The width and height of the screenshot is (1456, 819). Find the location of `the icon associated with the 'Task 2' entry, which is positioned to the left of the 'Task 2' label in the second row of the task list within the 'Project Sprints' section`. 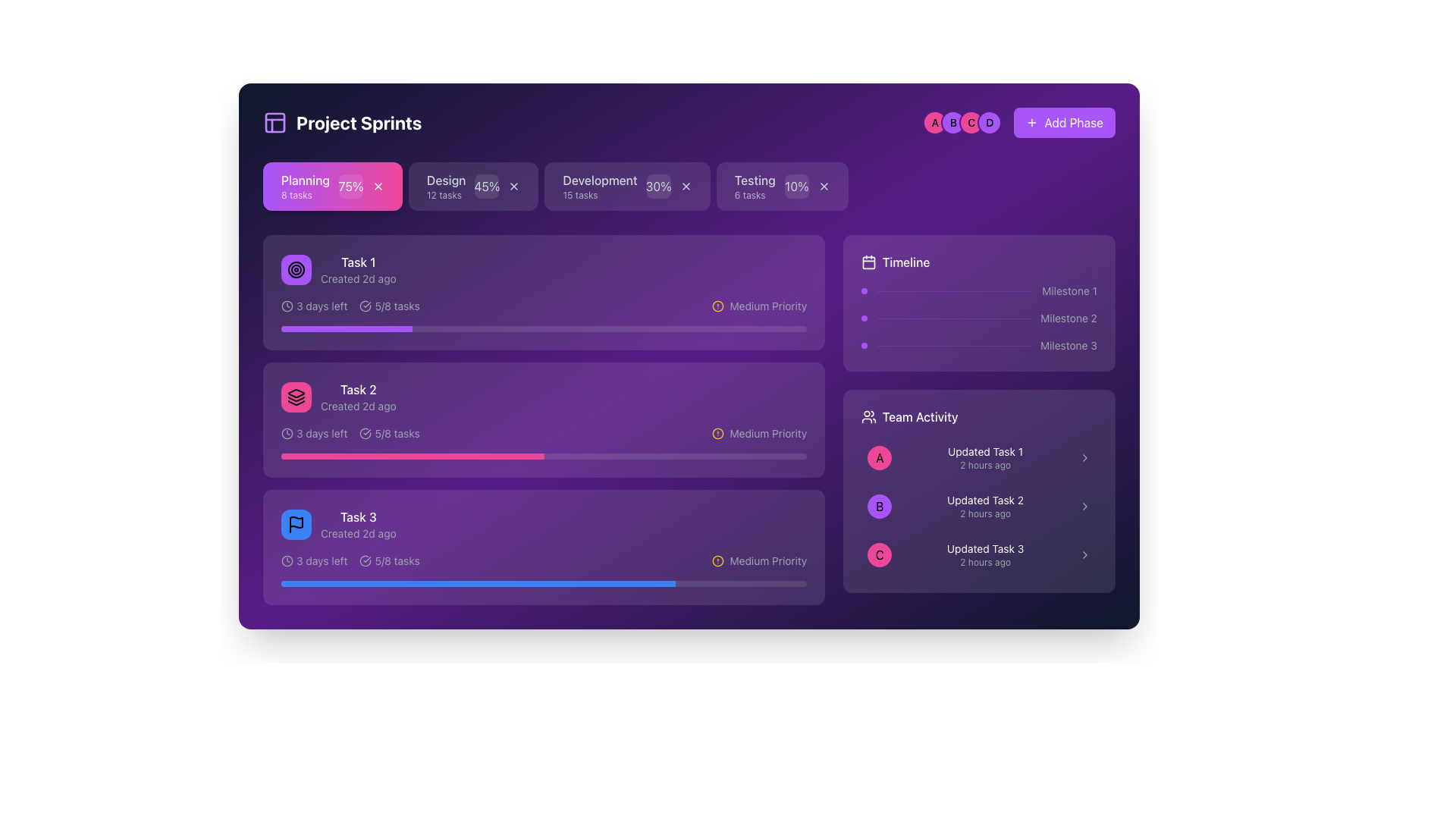

the icon associated with the 'Task 2' entry, which is positioned to the left of the 'Task 2' label in the second row of the task list within the 'Project Sprints' section is located at coordinates (296, 397).